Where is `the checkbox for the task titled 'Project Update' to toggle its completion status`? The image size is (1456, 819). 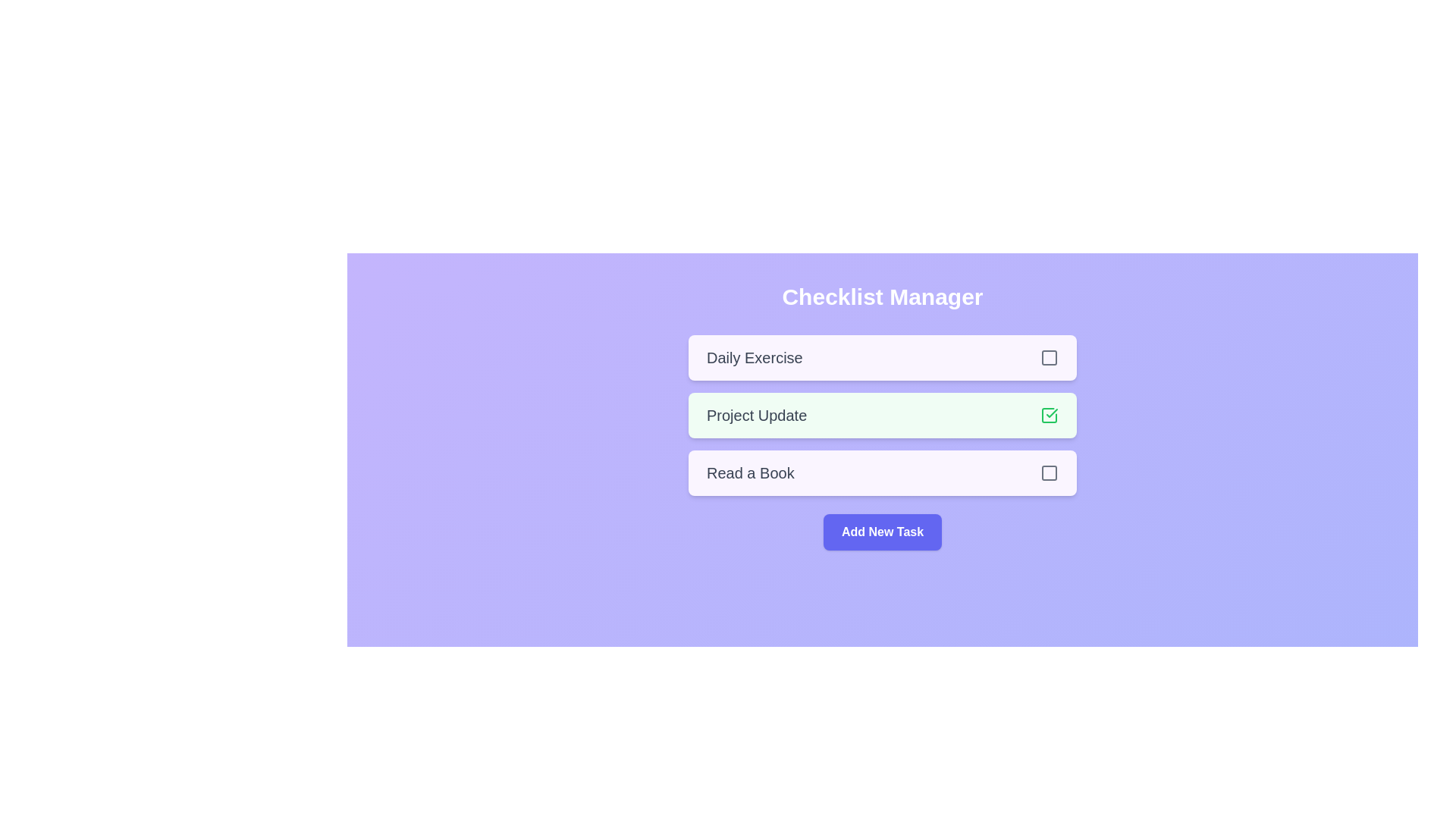
the checkbox for the task titled 'Project Update' to toggle its completion status is located at coordinates (1048, 415).